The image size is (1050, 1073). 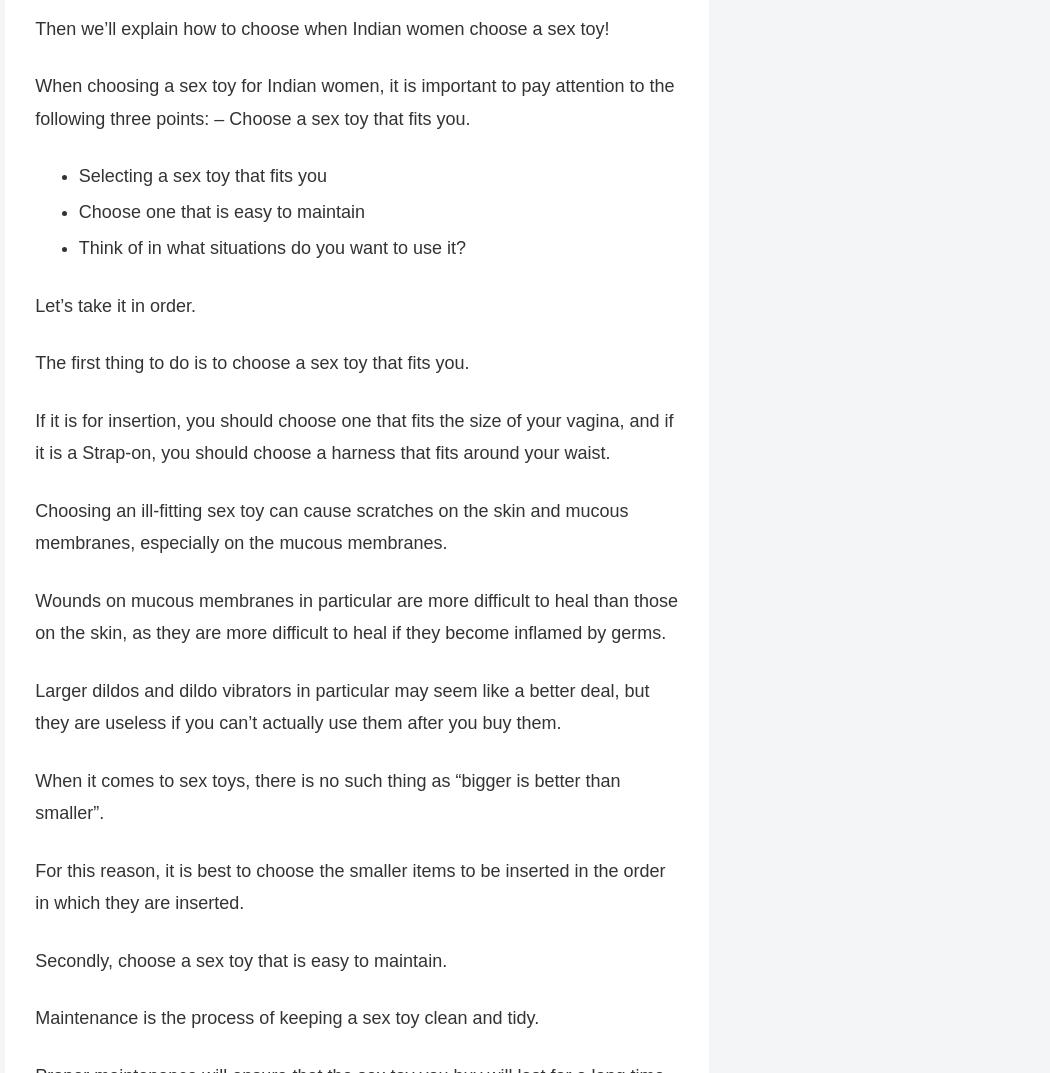 I want to click on 'Larger dildos and dildo vibrators in particular may seem like a better deal, but they are useless if you can’t actually use them after you buy them.', so click(x=340, y=708).